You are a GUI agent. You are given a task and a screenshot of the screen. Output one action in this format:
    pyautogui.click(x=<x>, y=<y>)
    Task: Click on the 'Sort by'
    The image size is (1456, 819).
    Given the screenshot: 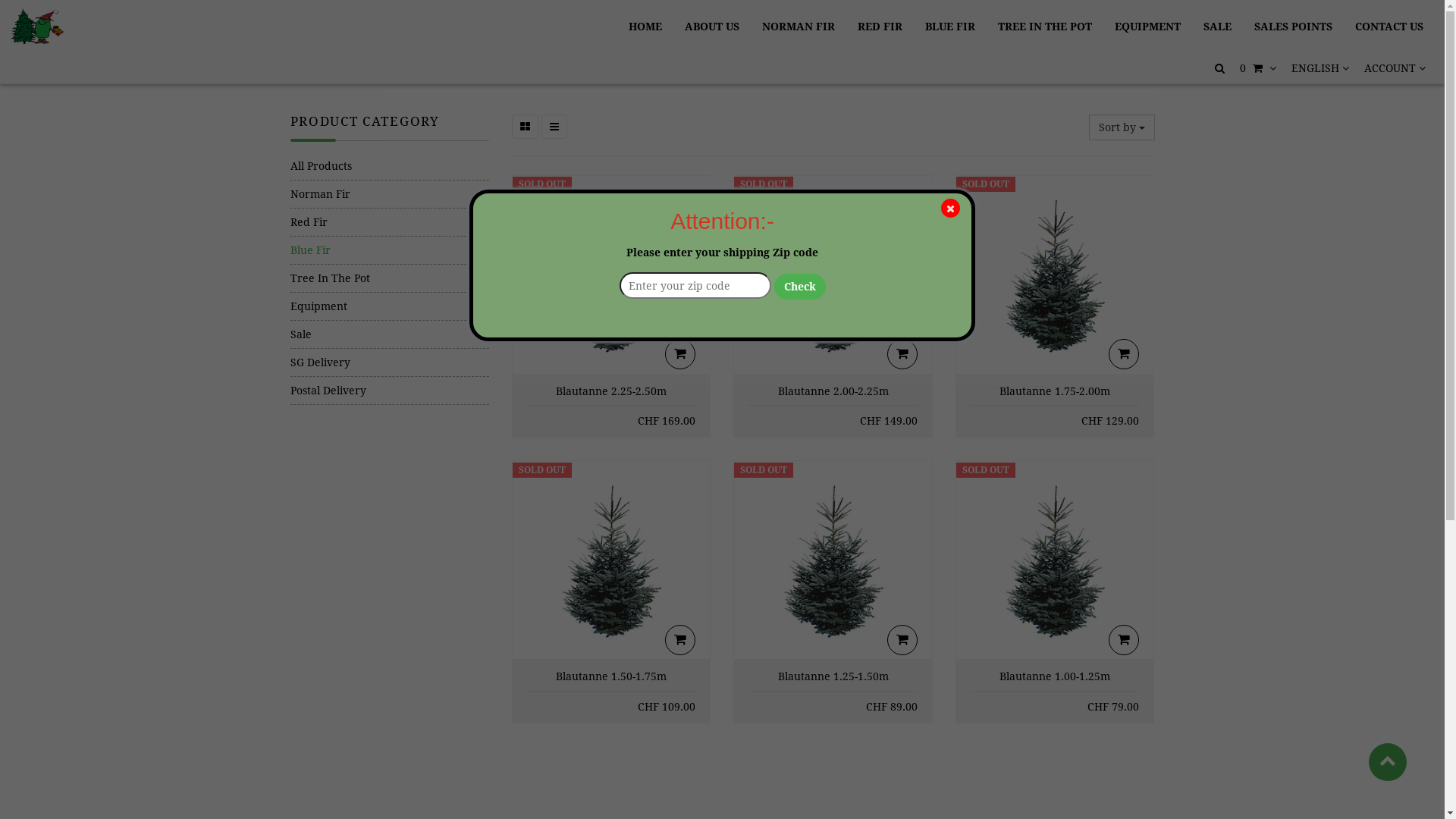 What is the action you would take?
    pyautogui.click(x=1122, y=127)
    